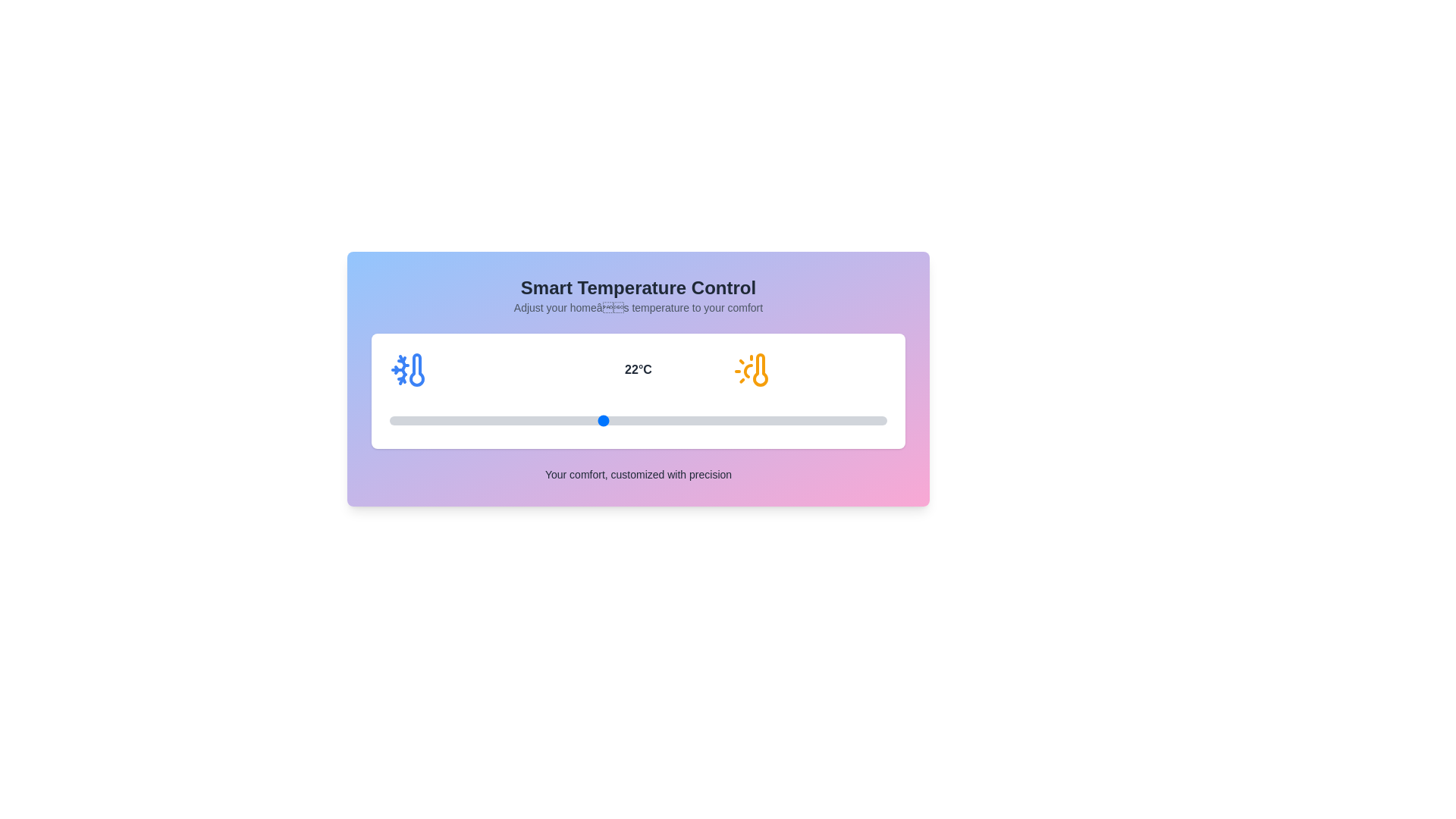 The image size is (1456, 819). Describe the element at coordinates (496, 421) in the screenshot. I see `the temperature to 19°C by interacting with the slider` at that location.